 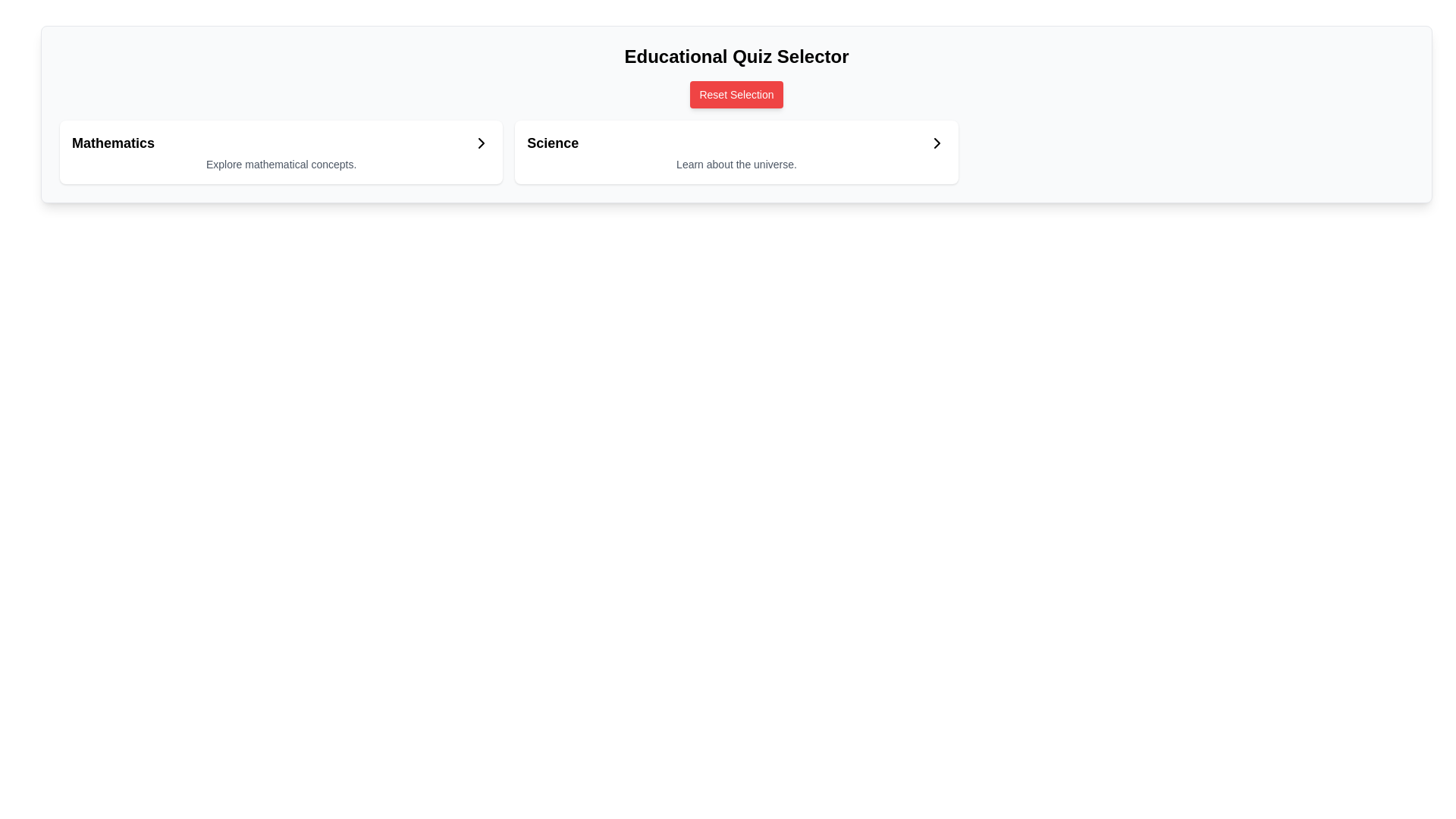 What do you see at coordinates (736, 143) in the screenshot?
I see `the text 'Science' with the embedded arrow icon for keyboard accessibility` at bounding box center [736, 143].